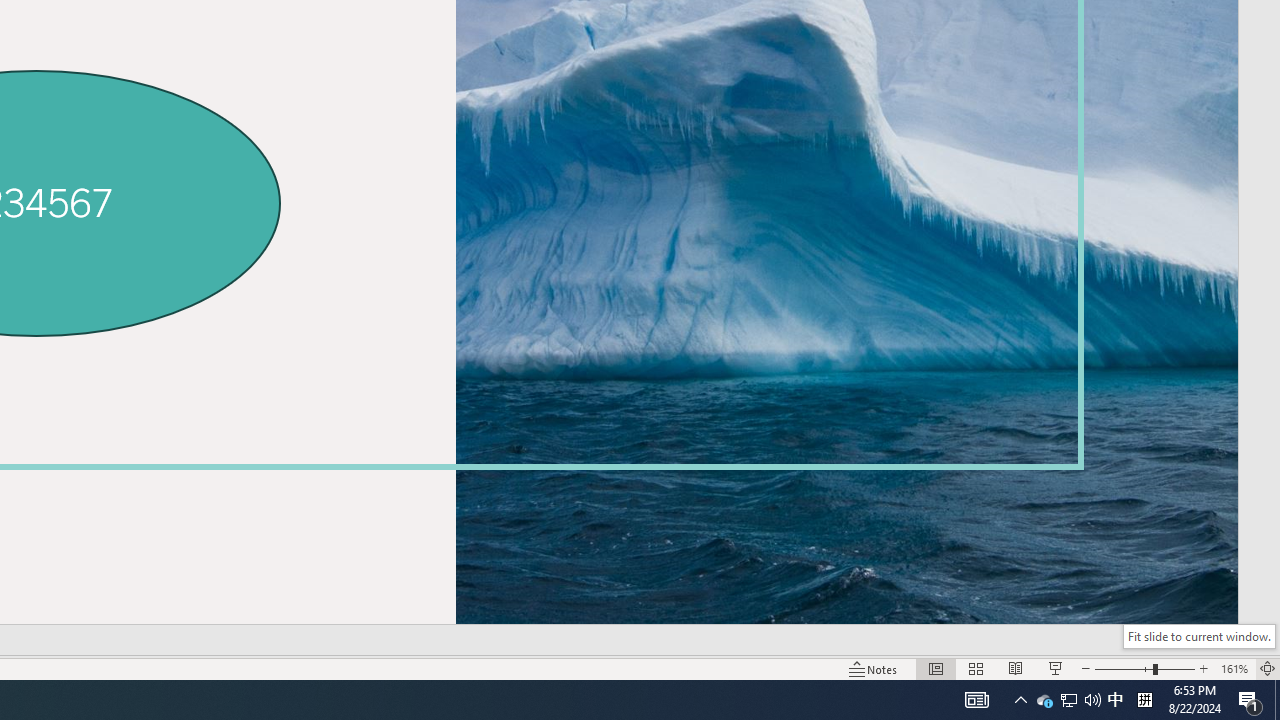 The width and height of the screenshot is (1280, 720). Describe the element at coordinates (1266, 669) in the screenshot. I see `'Zoom to Fit '` at that location.